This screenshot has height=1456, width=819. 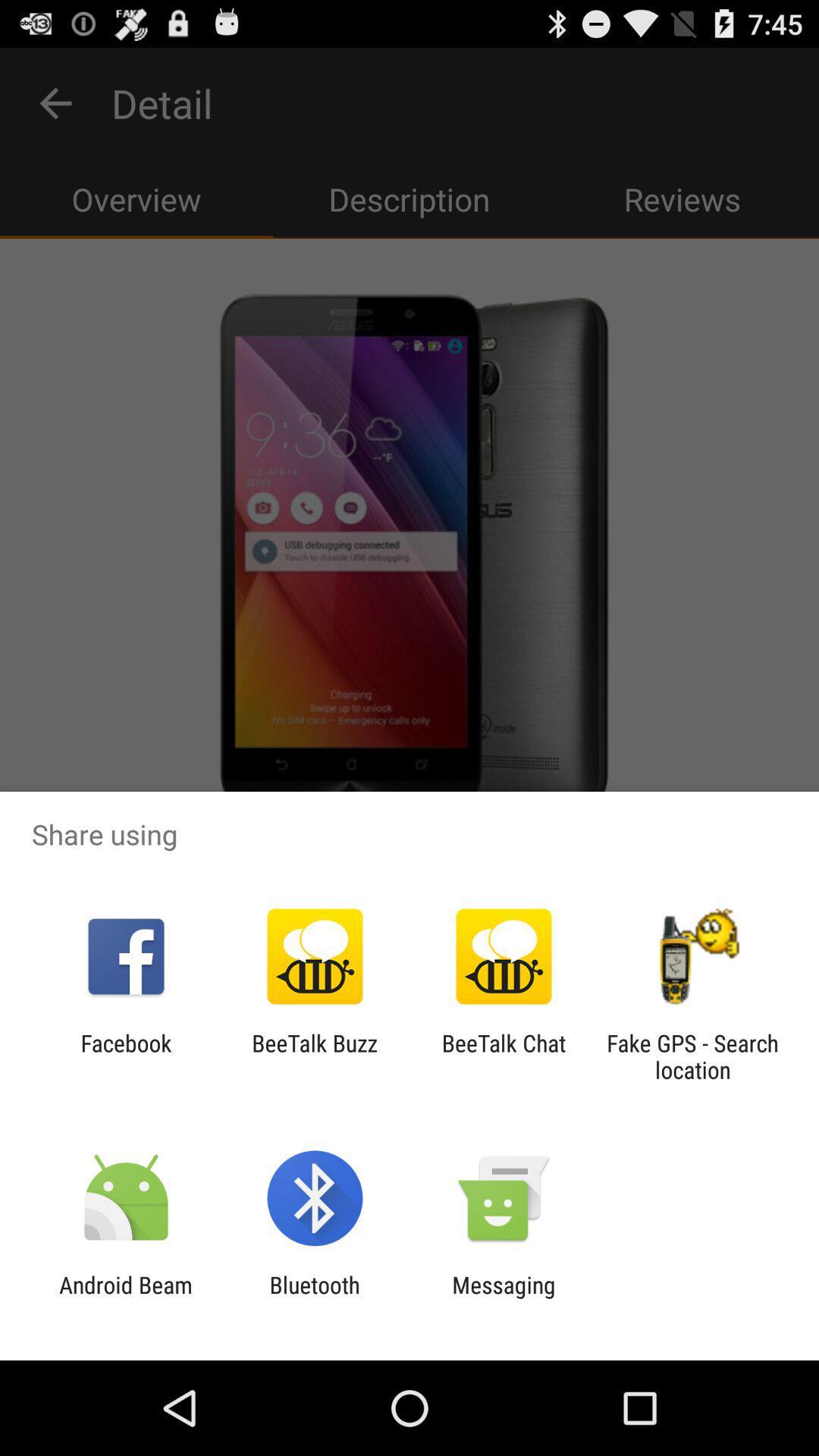 I want to click on beetalk buzz item, so click(x=314, y=1056).